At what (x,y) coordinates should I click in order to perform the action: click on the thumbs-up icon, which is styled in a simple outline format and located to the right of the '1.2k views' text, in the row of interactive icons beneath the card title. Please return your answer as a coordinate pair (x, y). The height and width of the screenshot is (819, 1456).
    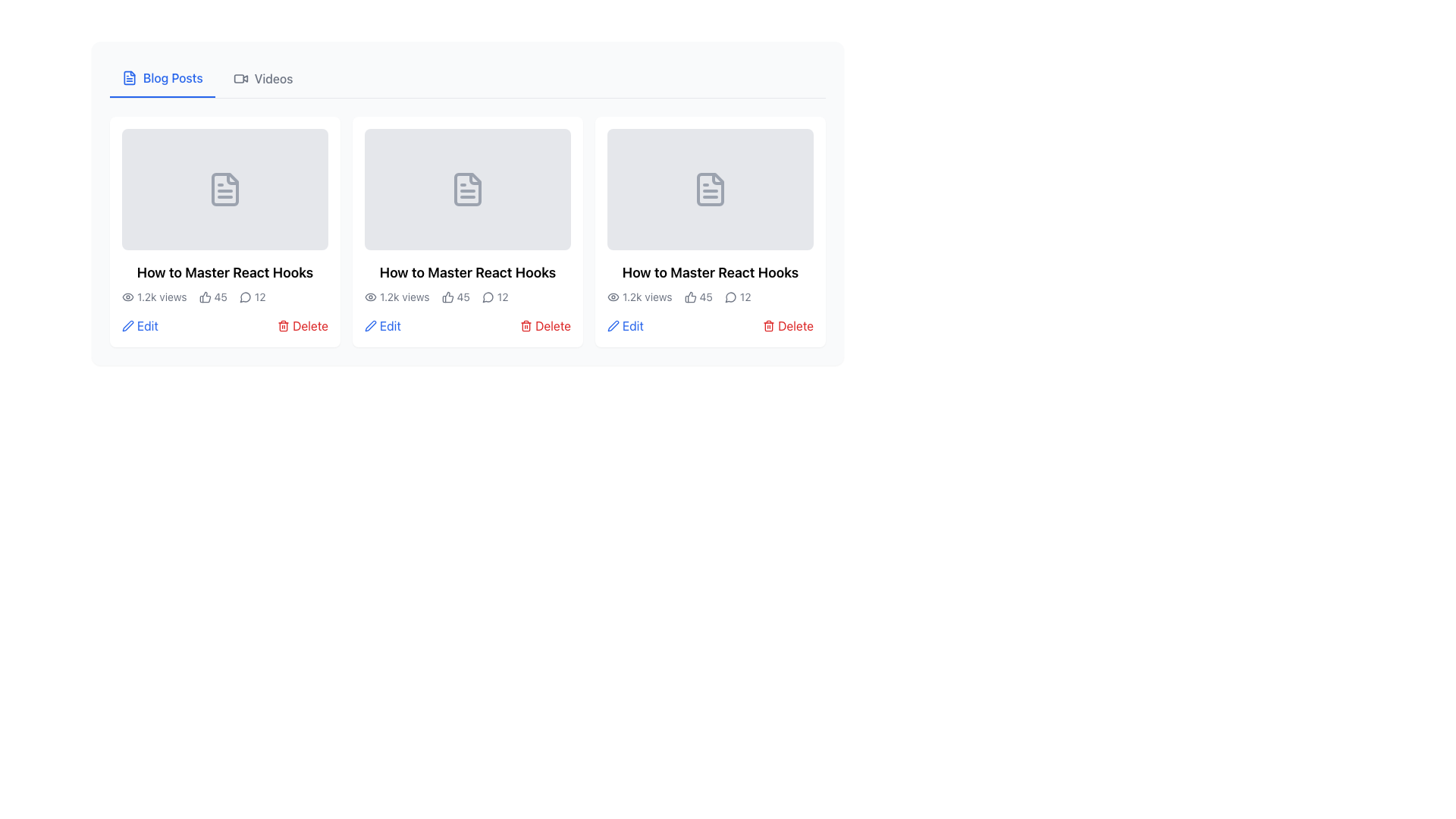
    Looking at the image, I should click on (447, 297).